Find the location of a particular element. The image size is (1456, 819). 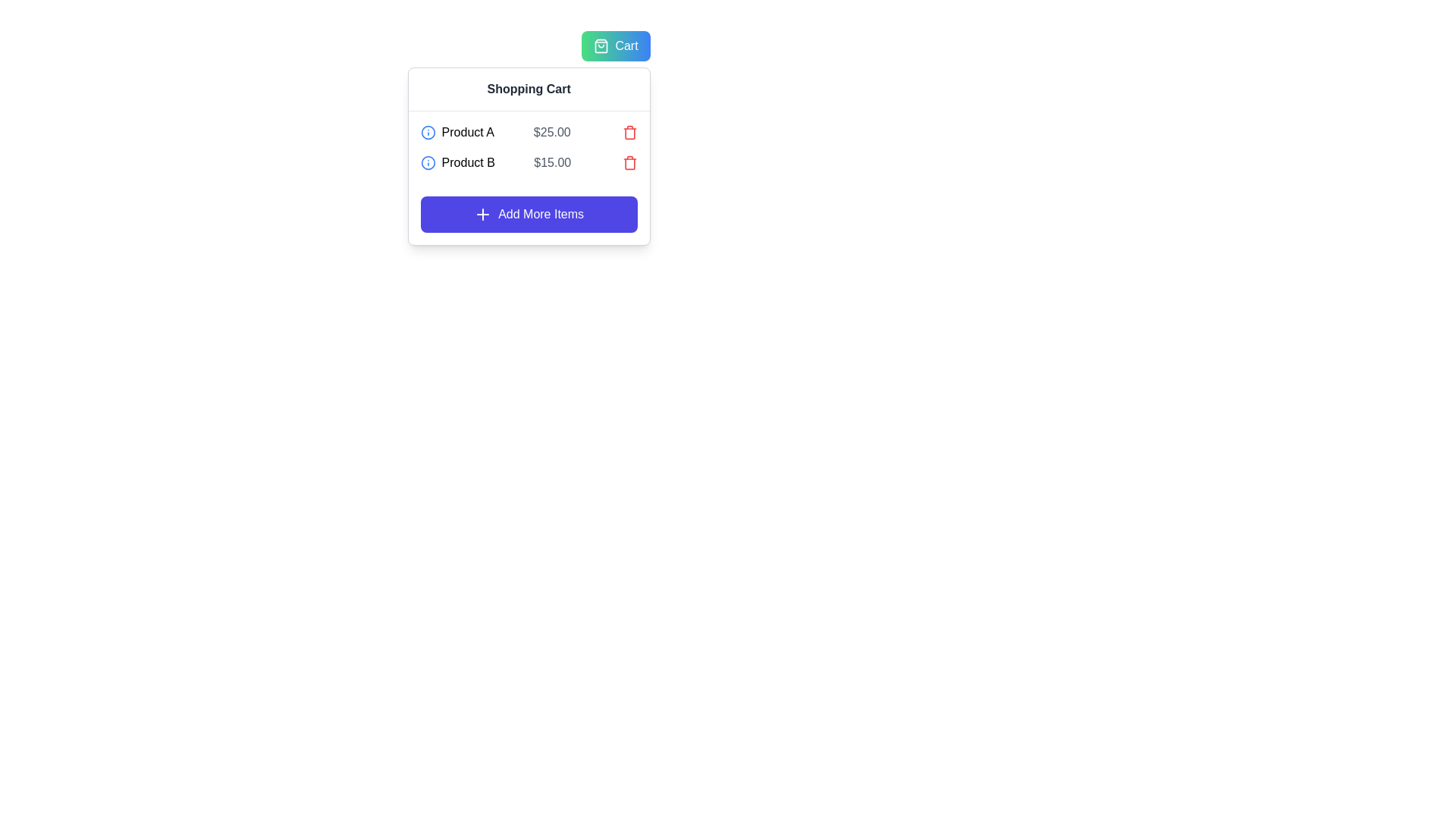

the trash bin icon located at the far right side of the row displaying details for Product B in the shopping cart is located at coordinates (629, 163).